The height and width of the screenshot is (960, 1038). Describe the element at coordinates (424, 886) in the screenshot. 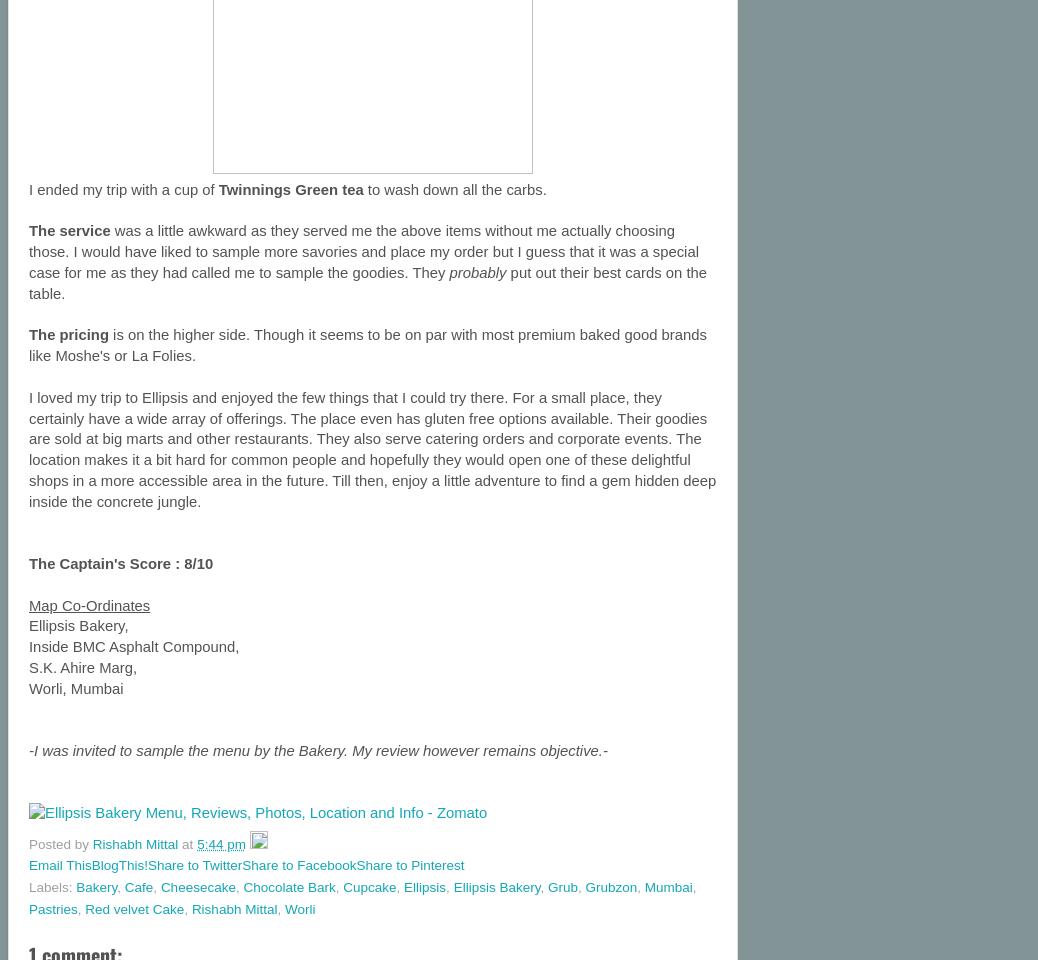

I see `'Ellipsis'` at that location.